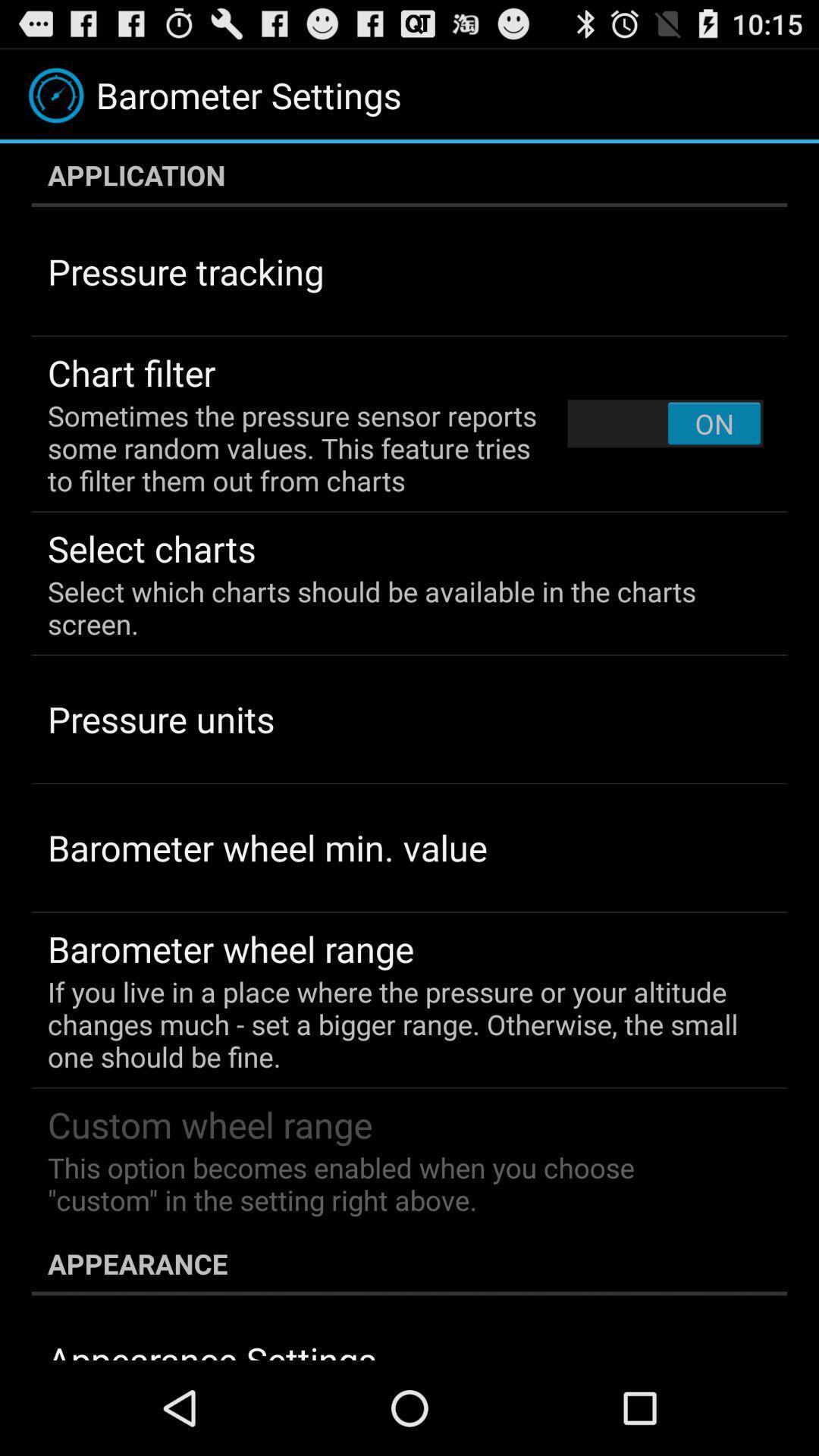 The image size is (819, 1456). What do you see at coordinates (161, 718) in the screenshot?
I see `item below the select which charts item` at bounding box center [161, 718].